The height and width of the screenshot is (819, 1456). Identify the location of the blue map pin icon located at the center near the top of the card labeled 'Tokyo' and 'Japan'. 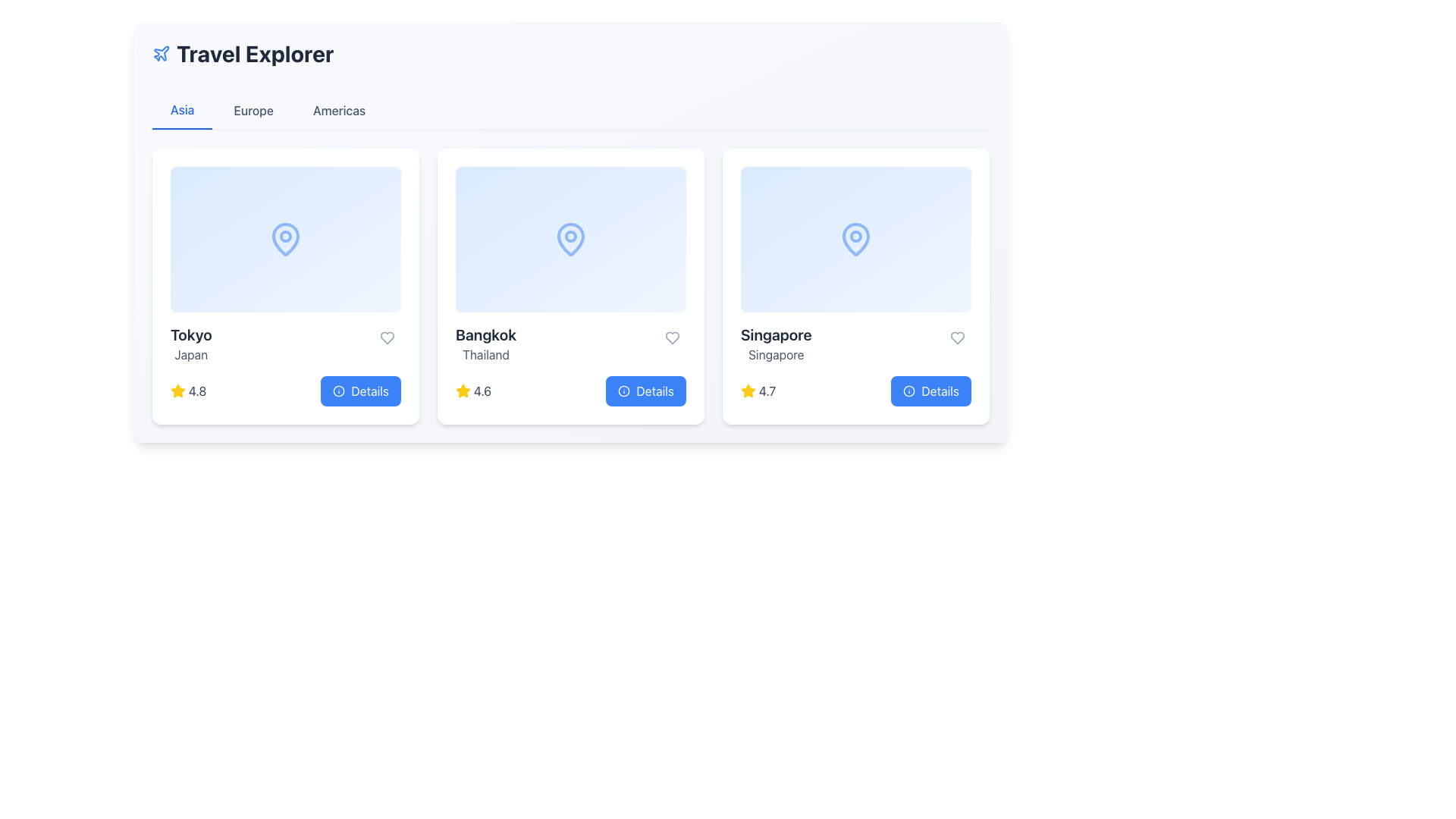
(286, 239).